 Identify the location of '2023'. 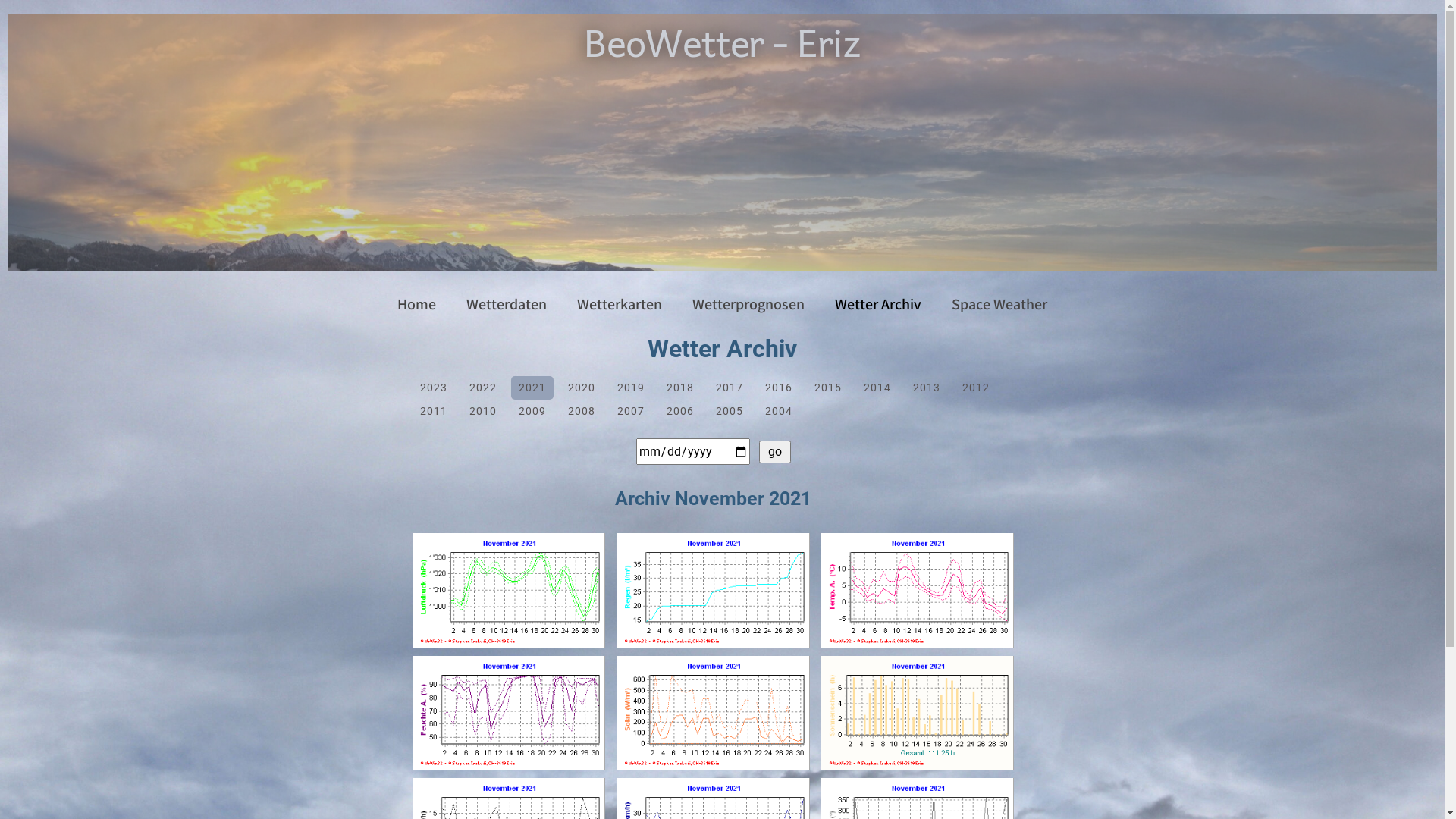
(412, 387).